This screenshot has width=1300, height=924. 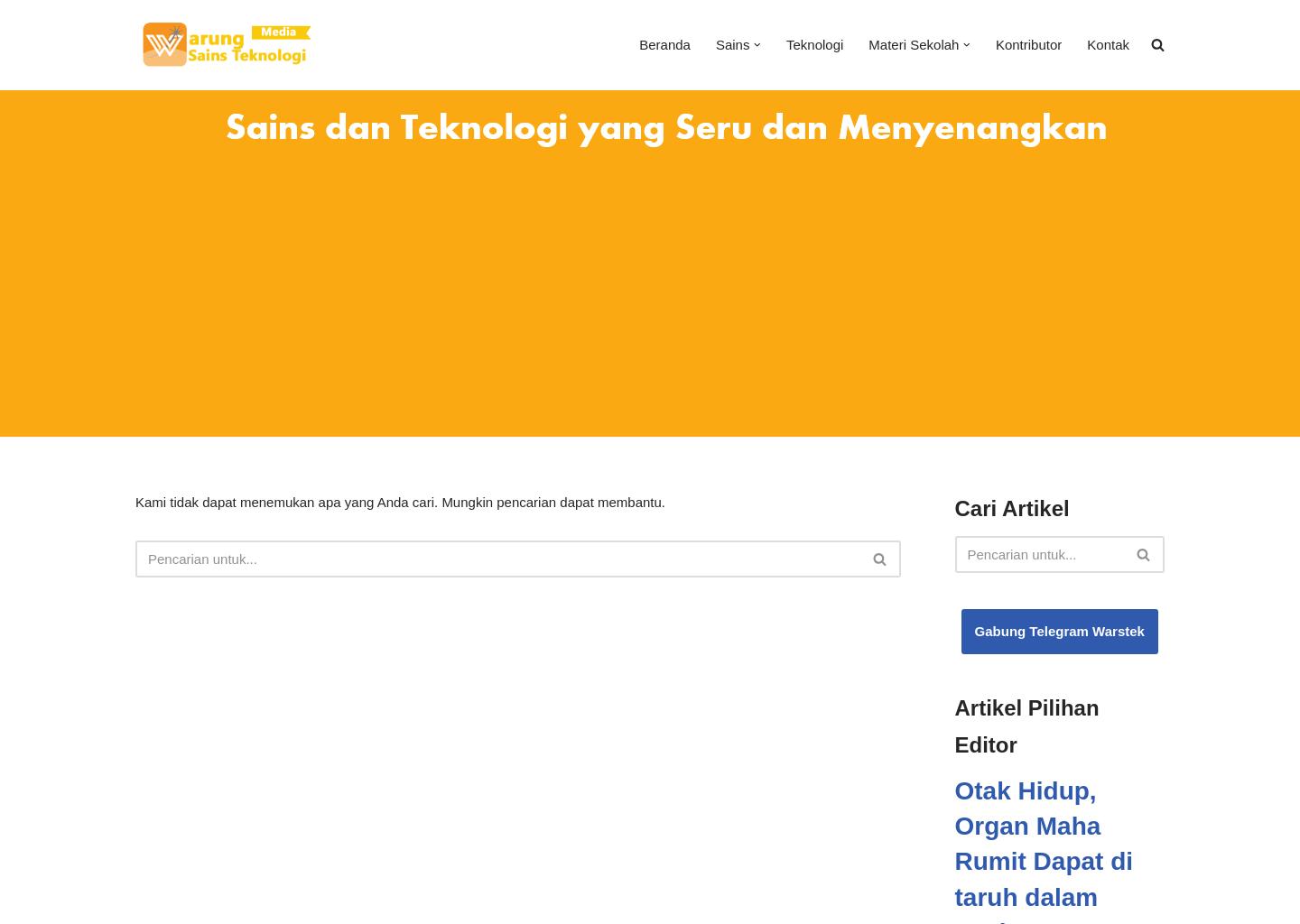 What do you see at coordinates (1059, 631) in the screenshot?
I see `'Gabung Telegram Warstek'` at bounding box center [1059, 631].